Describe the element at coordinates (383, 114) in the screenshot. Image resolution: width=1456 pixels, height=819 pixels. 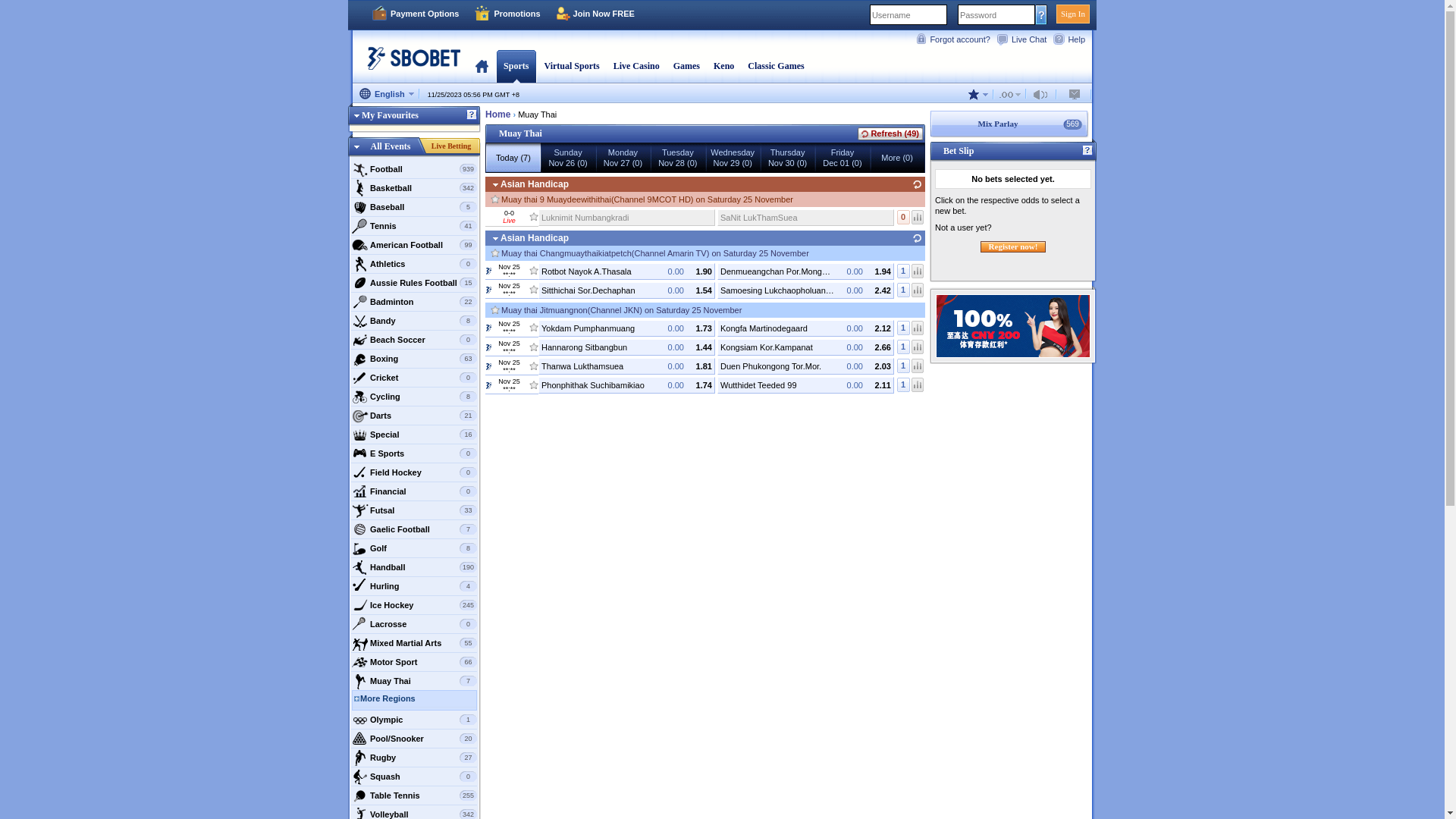
I see `'My Favourites'` at that location.